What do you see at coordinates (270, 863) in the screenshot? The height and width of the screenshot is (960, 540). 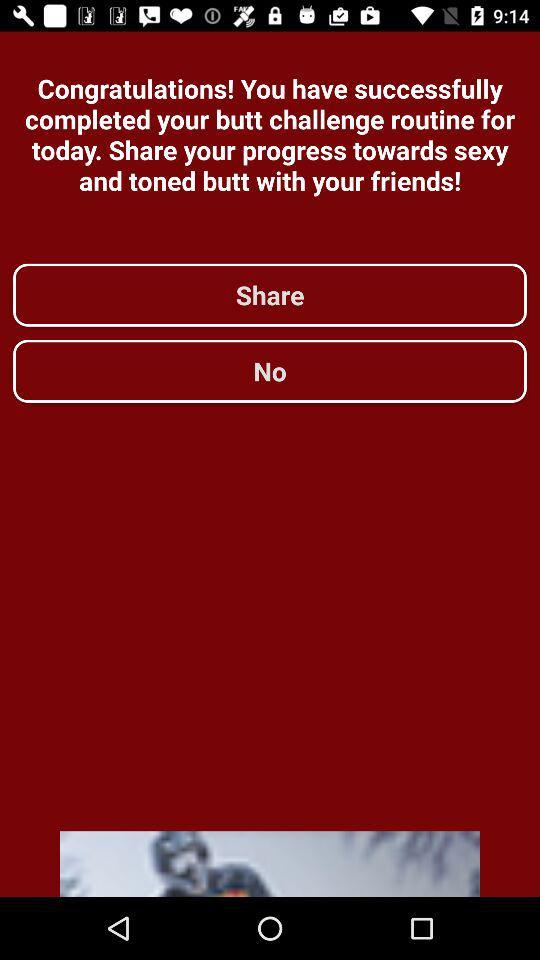 I see `advertisement banner` at bounding box center [270, 863].